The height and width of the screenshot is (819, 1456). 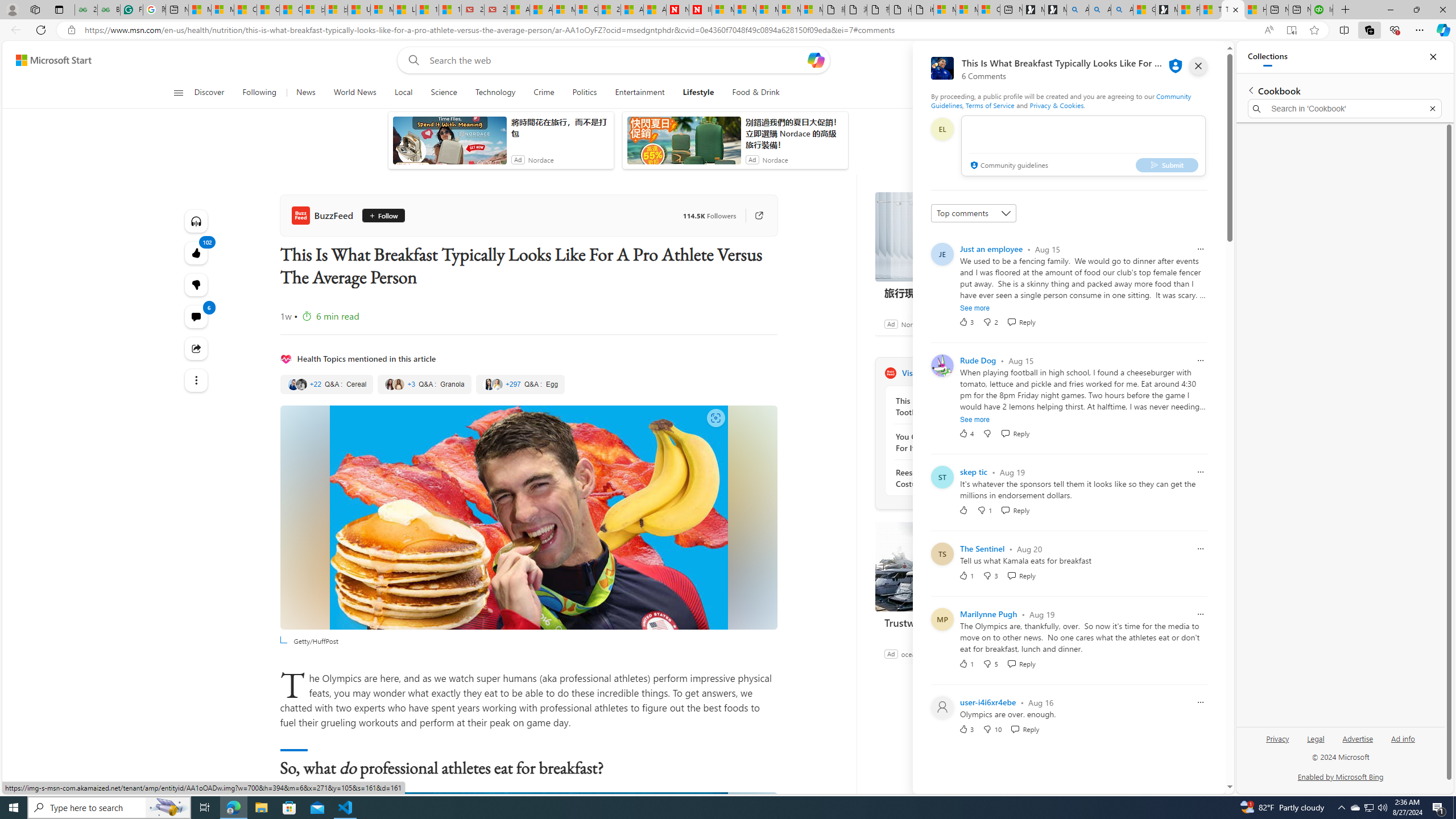 I want to click on 'Share this story', so click(x=196, y=348).